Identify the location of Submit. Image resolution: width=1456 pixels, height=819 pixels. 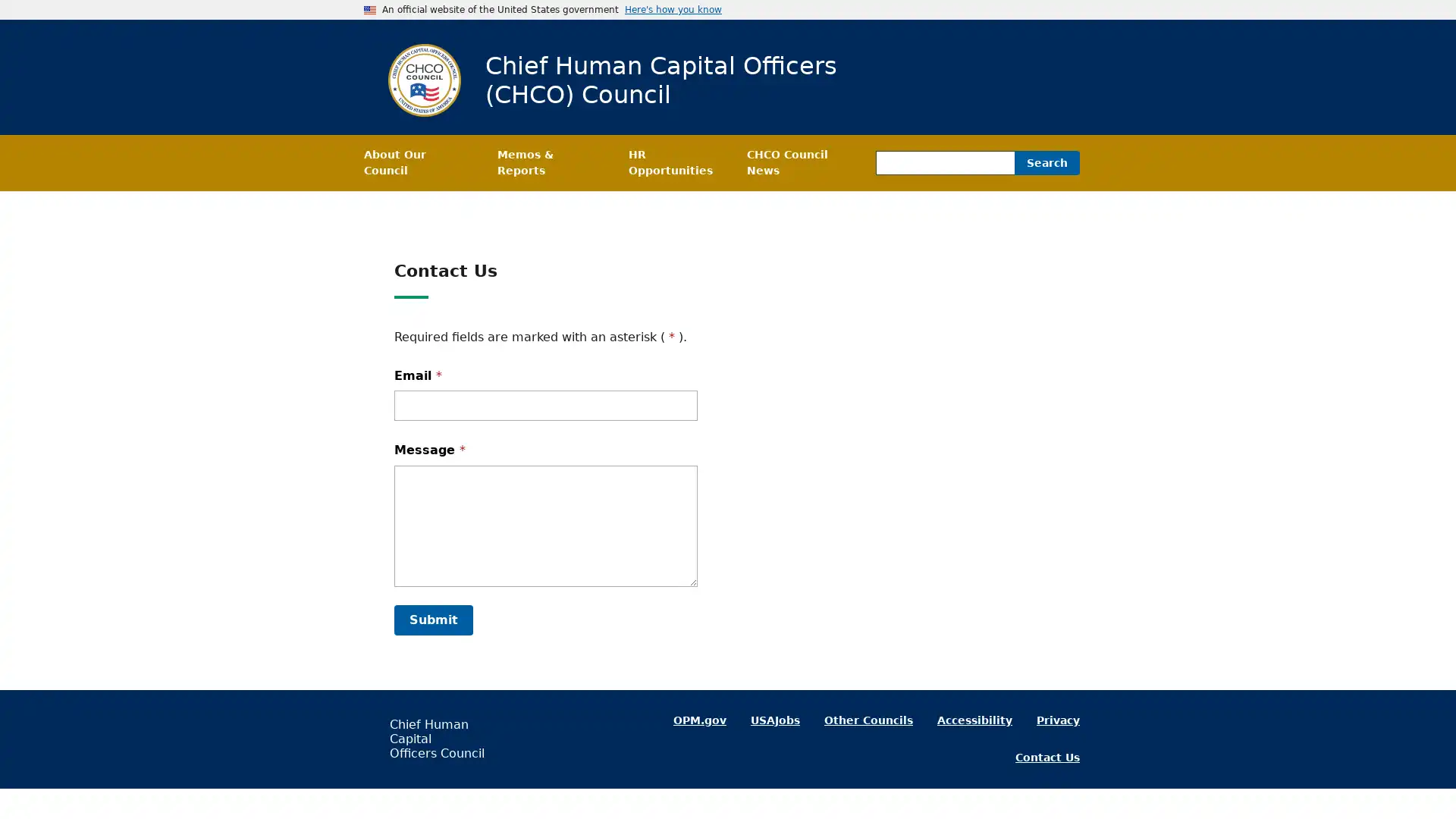
(432, 620).